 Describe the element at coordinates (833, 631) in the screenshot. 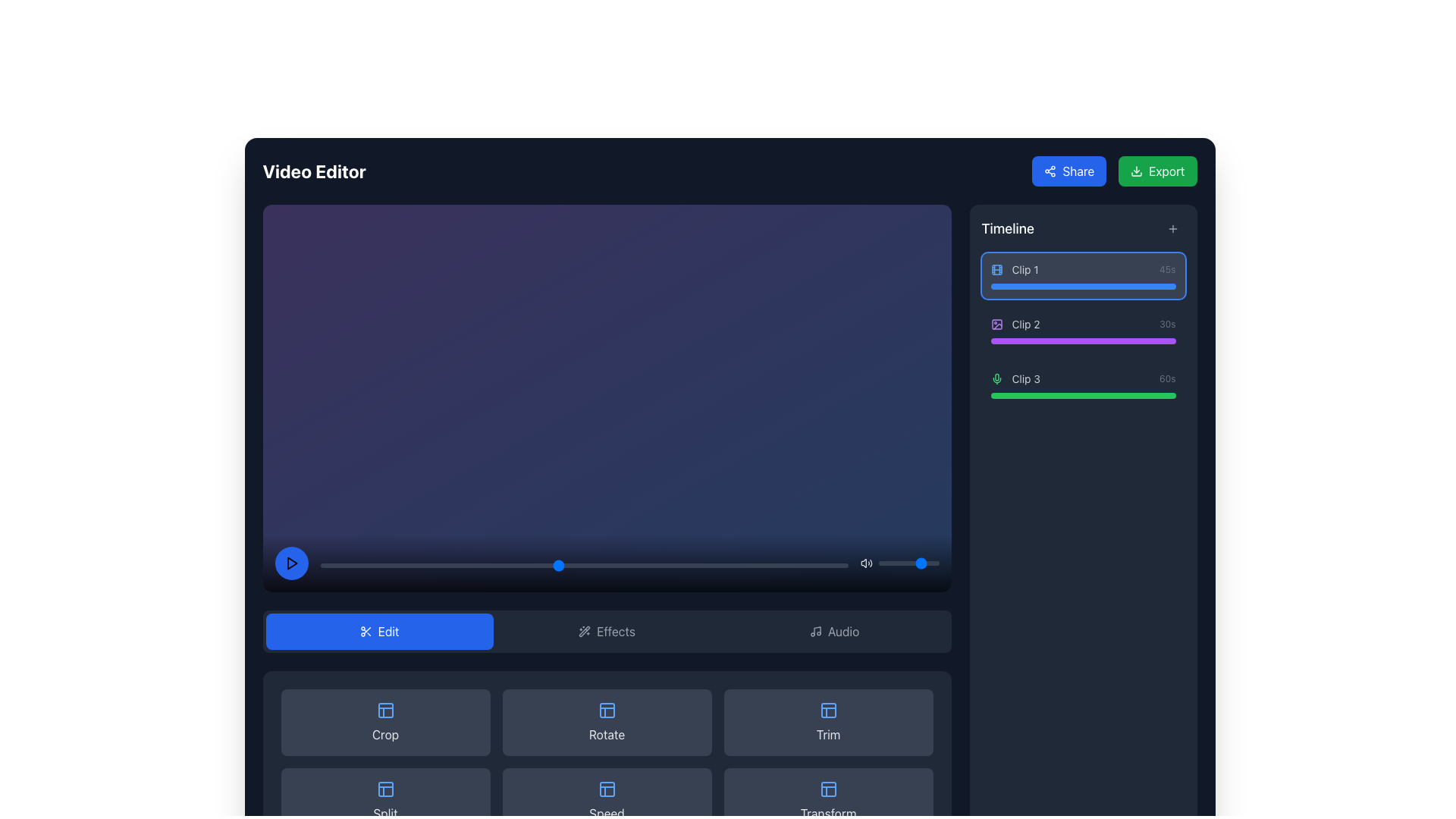

I see `the 'Audio' tab button, which is the third tab in the horizontal button group below the video playback area` at that location.